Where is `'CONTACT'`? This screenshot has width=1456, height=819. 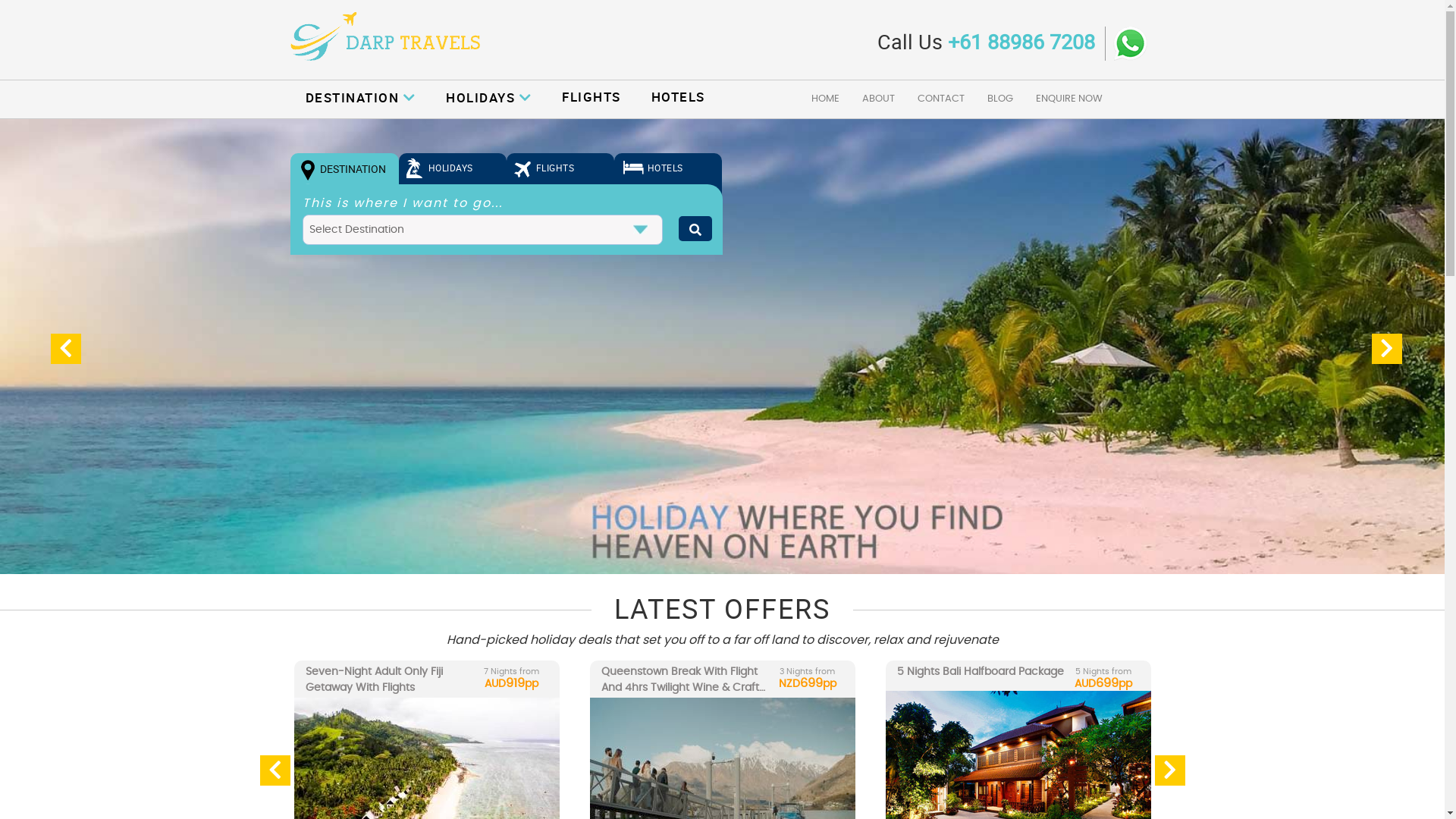
'CONTACT' is located at coordinates (940, 99).